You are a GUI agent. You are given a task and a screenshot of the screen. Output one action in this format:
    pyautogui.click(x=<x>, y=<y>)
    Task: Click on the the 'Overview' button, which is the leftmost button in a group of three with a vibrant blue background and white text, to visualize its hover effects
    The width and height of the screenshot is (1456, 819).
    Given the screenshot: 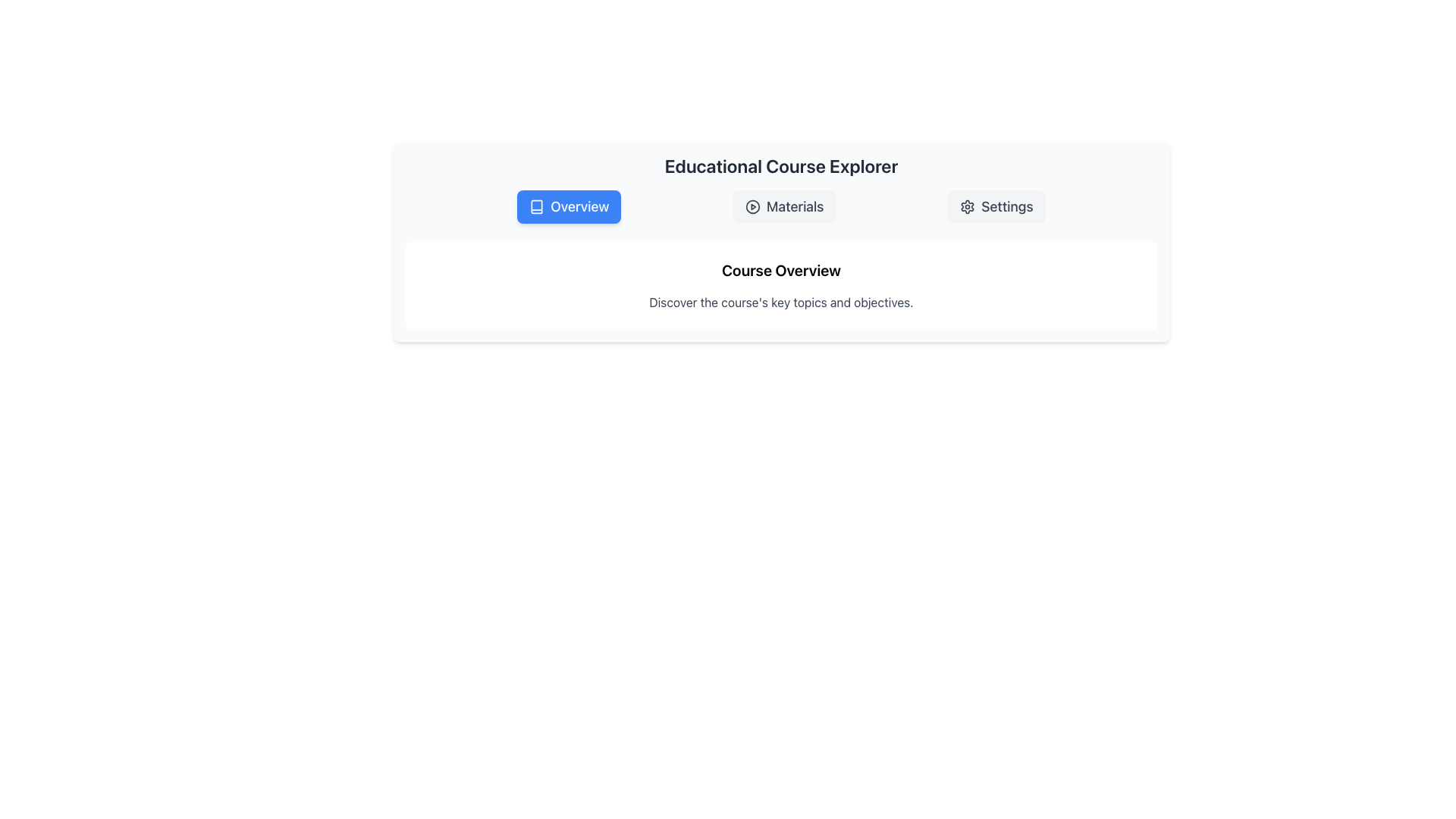 What is the action you would take?
    pyautogui.click(x=568, y=207)
    